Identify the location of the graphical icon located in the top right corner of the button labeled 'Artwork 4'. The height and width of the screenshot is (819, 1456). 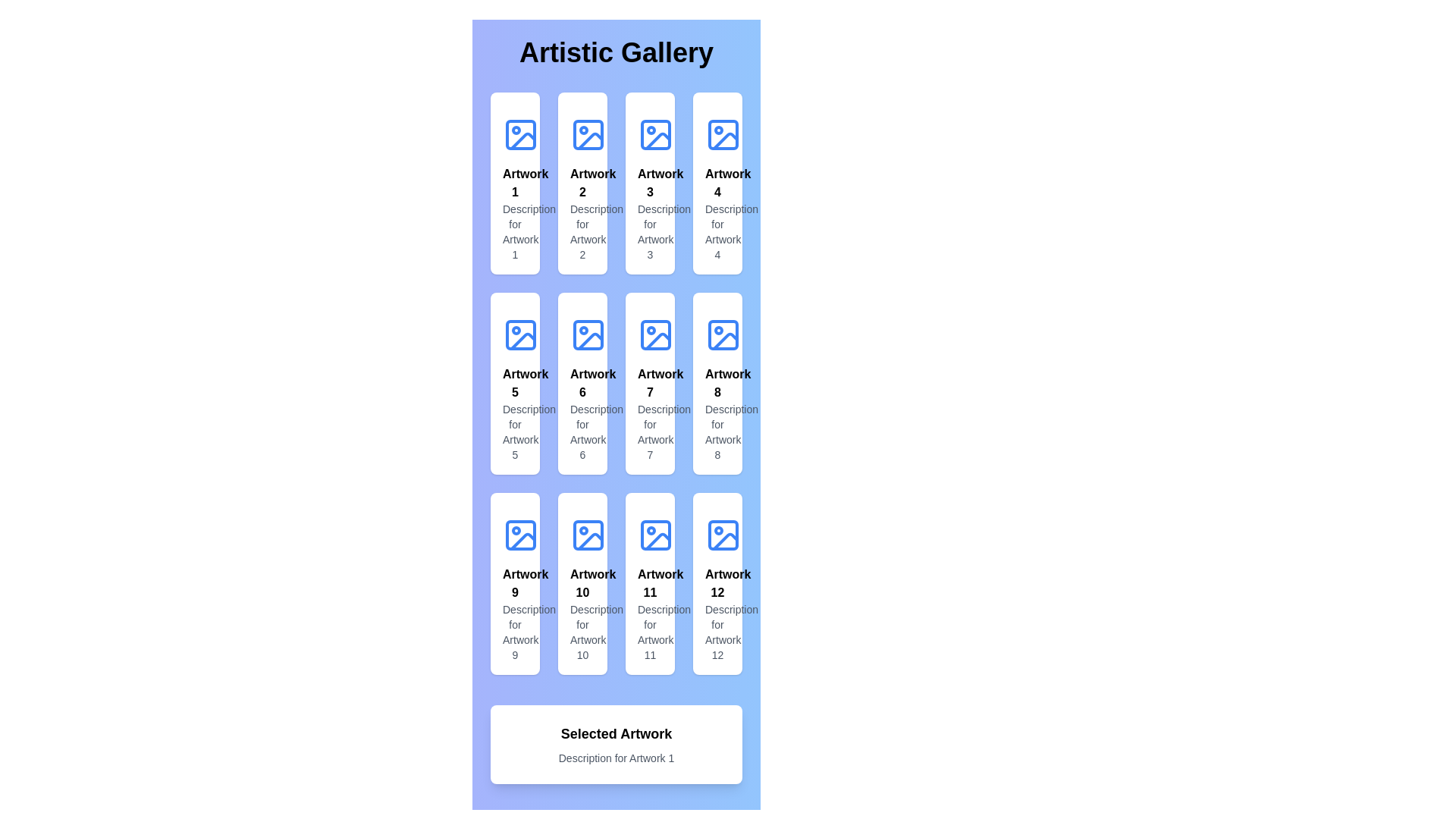
(723, 133).